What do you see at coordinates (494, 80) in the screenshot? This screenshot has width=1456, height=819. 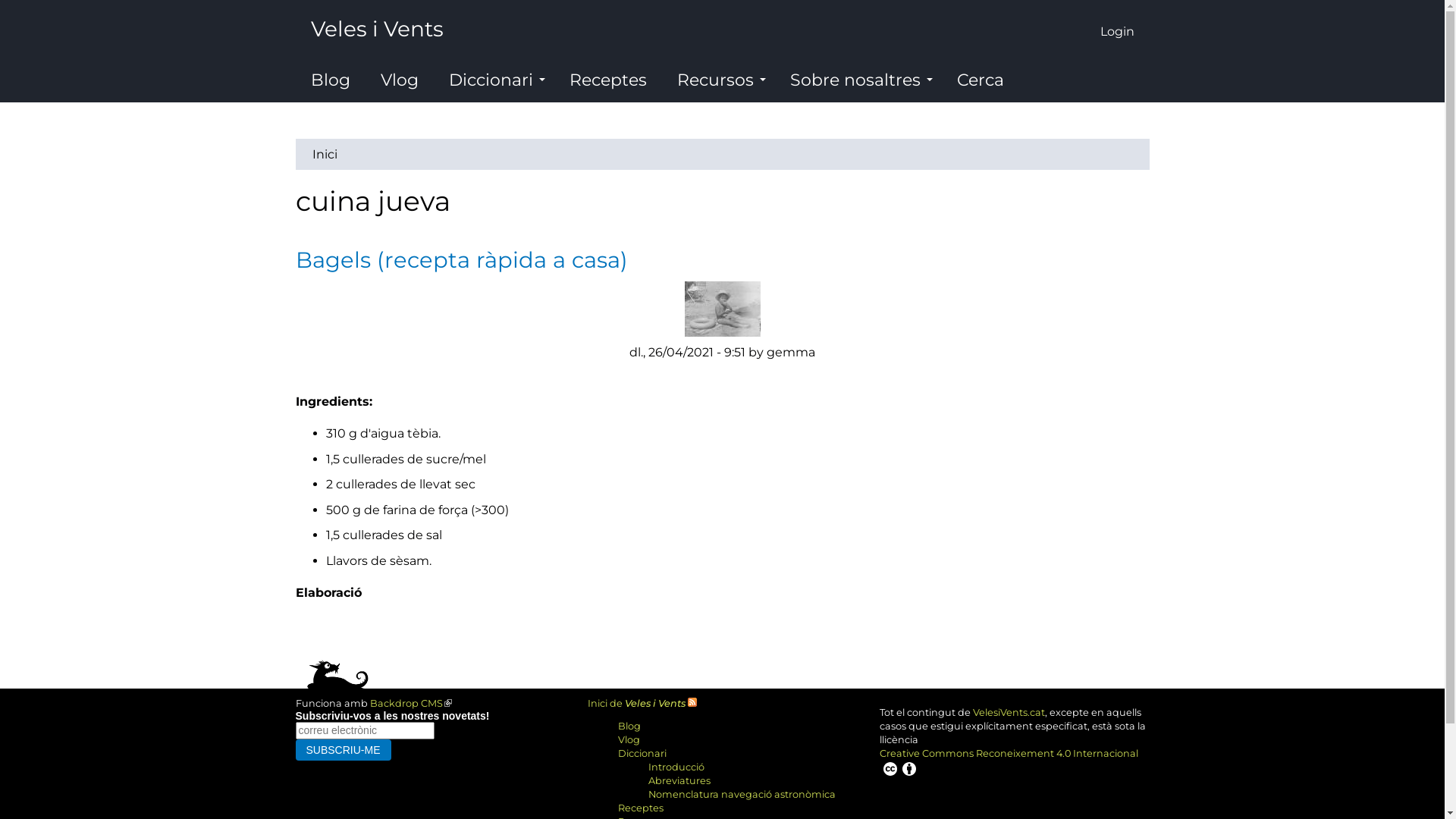 I see `'Diccionari'` at bounding box center [494, 80].